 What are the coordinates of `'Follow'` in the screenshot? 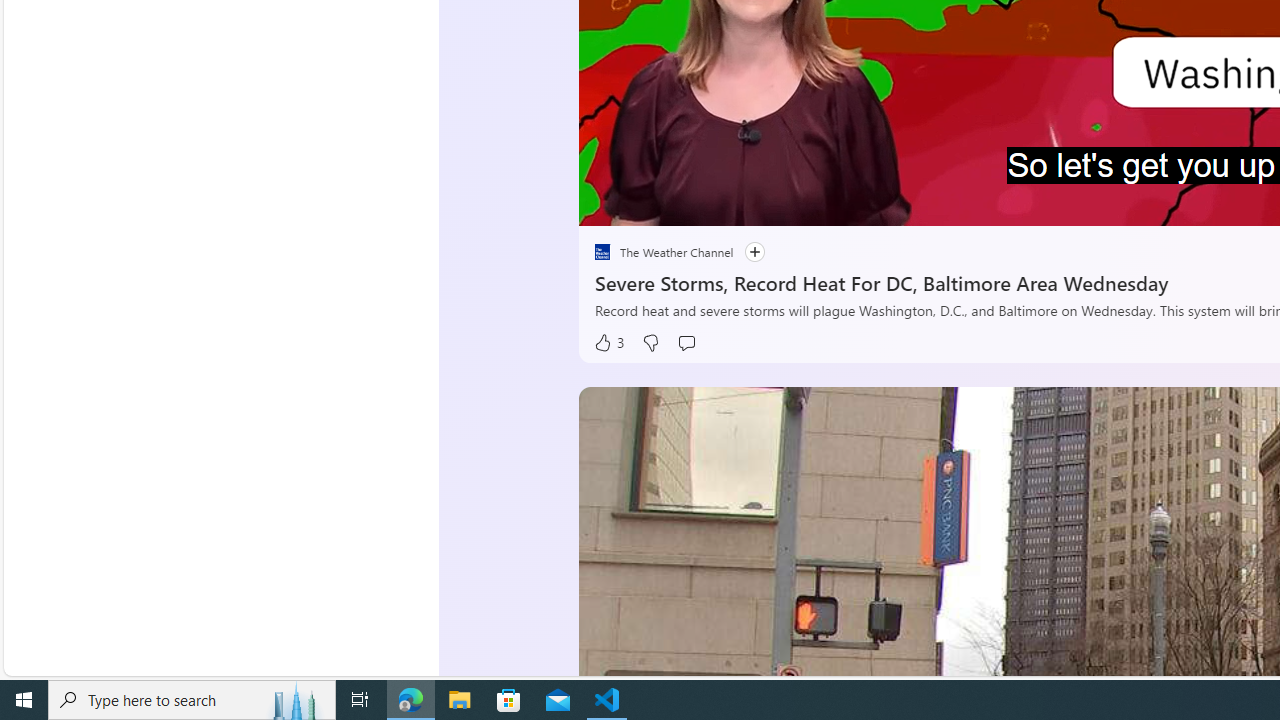 It's located at (743, 251).